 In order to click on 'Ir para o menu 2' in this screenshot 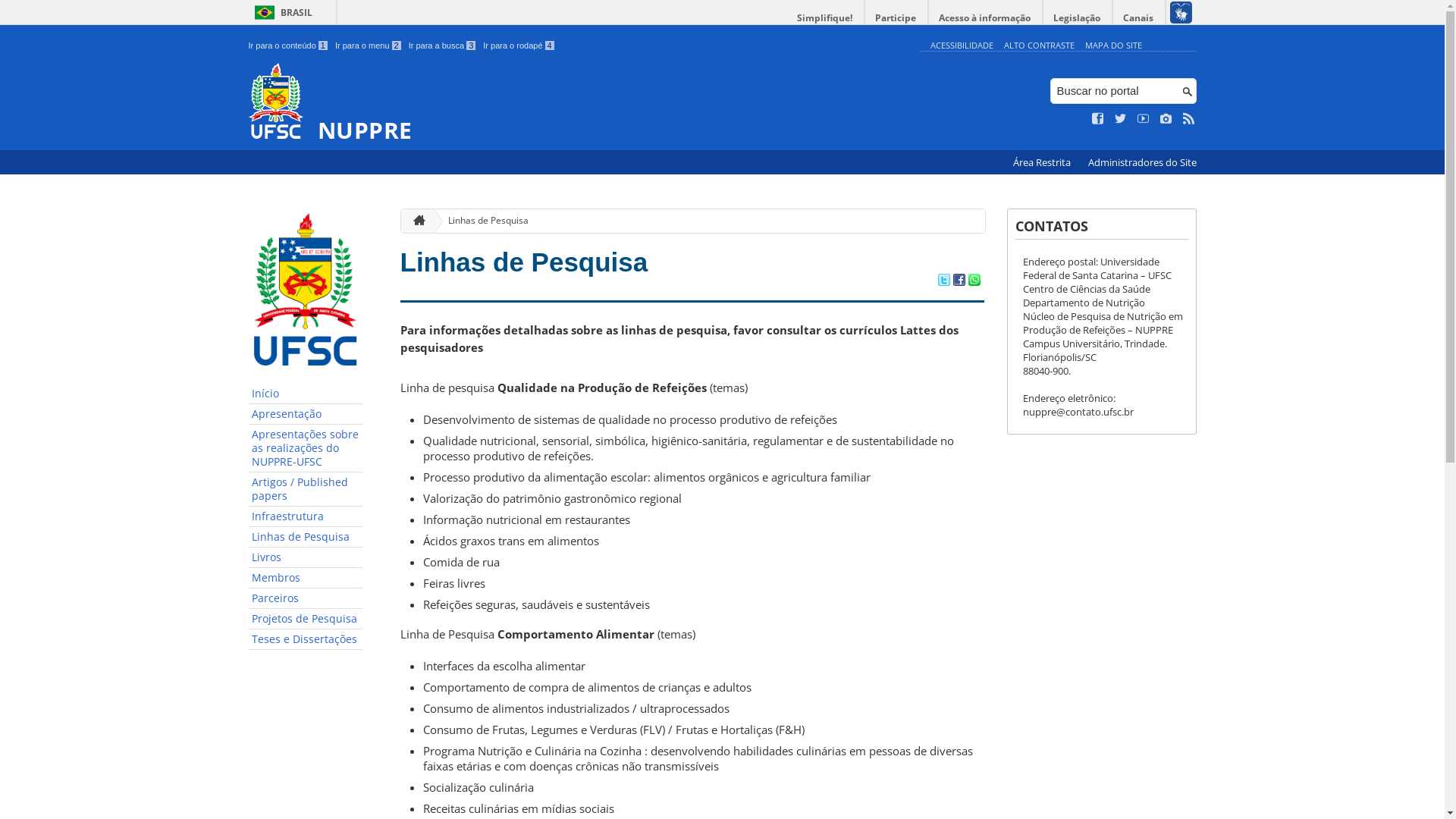, I will do `click(368, 45)`.